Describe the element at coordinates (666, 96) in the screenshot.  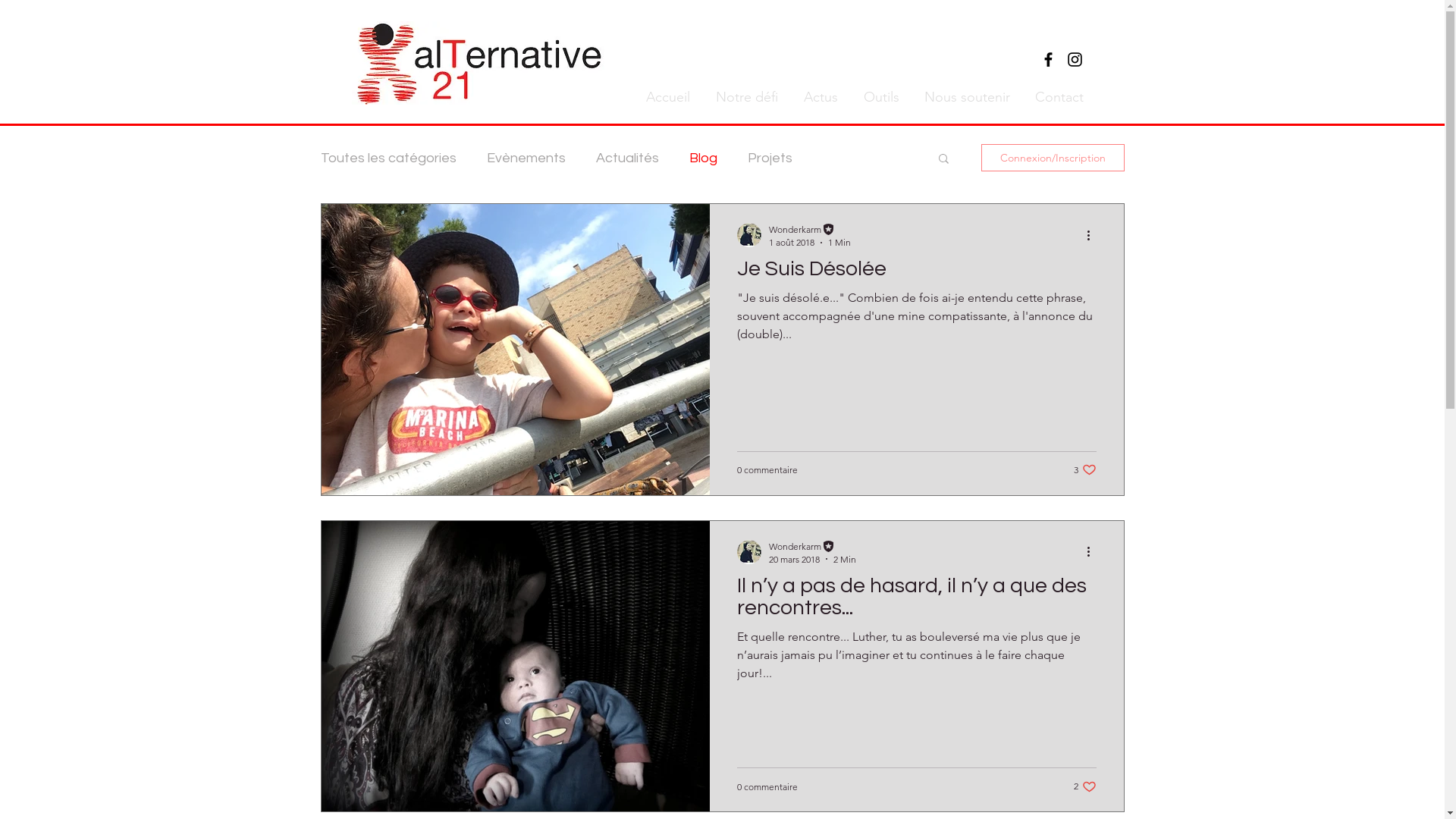
I see `'Accueil'` at that location.